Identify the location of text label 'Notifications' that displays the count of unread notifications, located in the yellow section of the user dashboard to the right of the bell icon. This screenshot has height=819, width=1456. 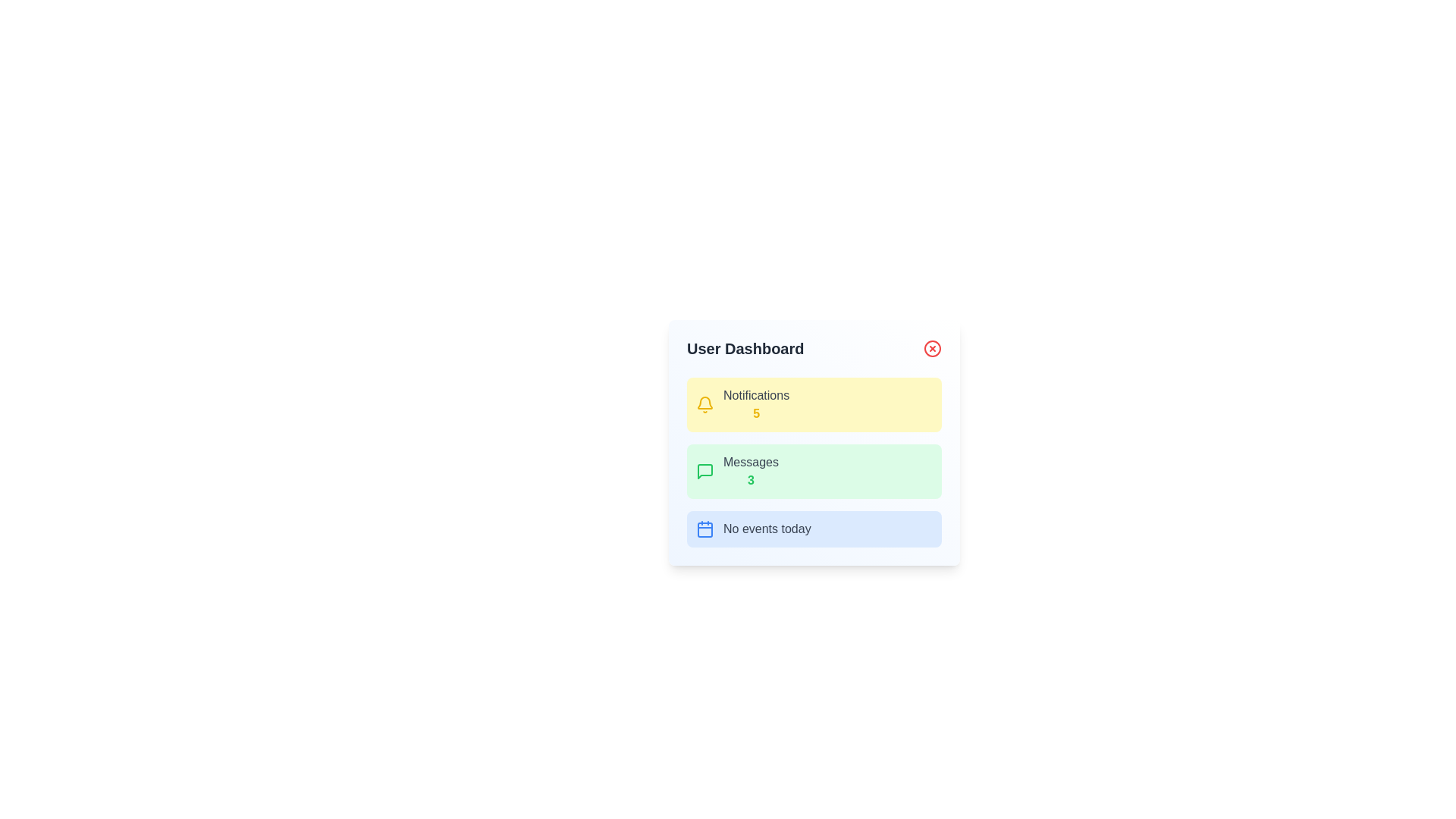
(756, 403).